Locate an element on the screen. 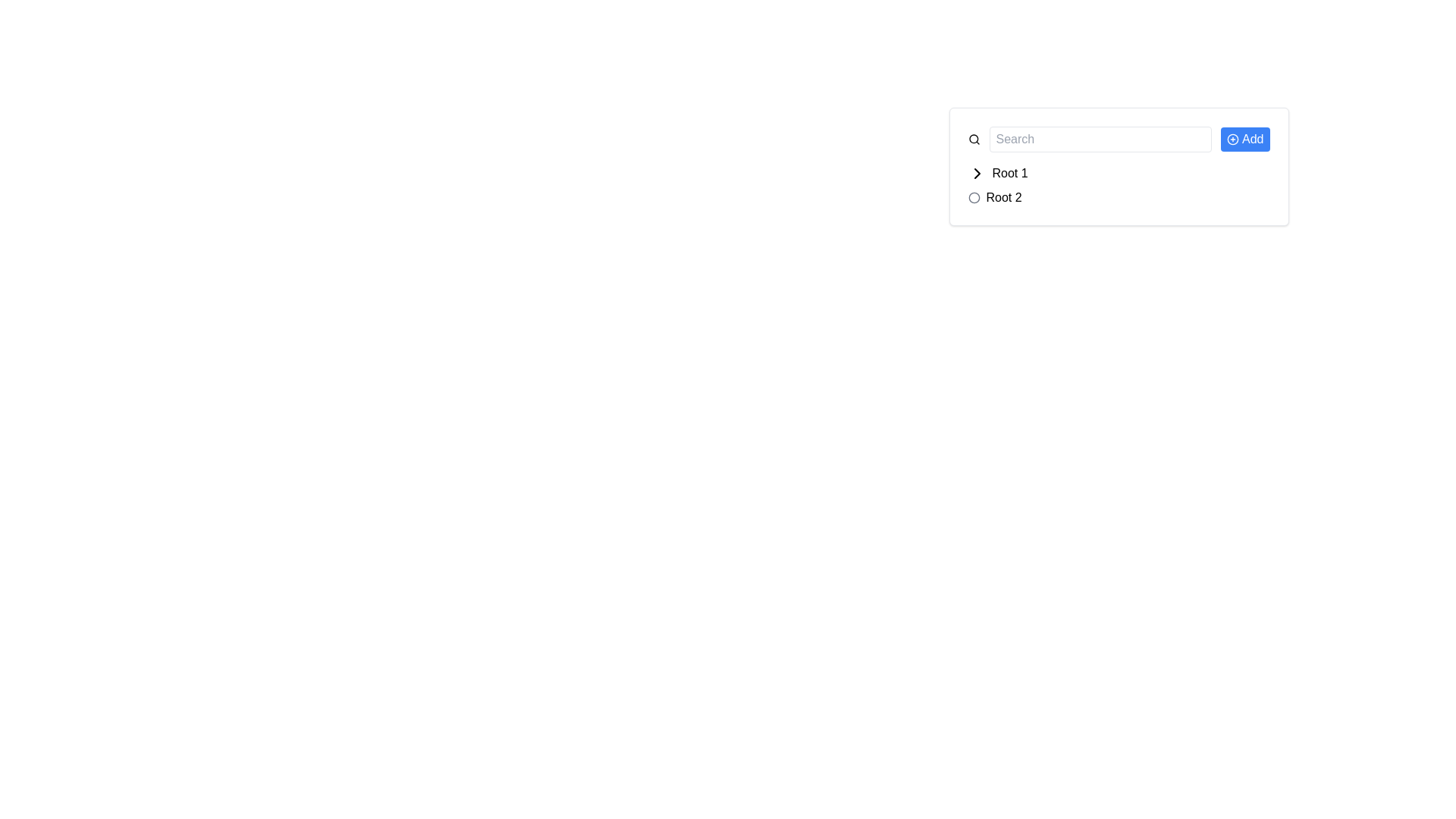 This screenshot has width=1456, height=819. the interactive text label displaying 'Root 2' is located at coordinates (1004, 197).